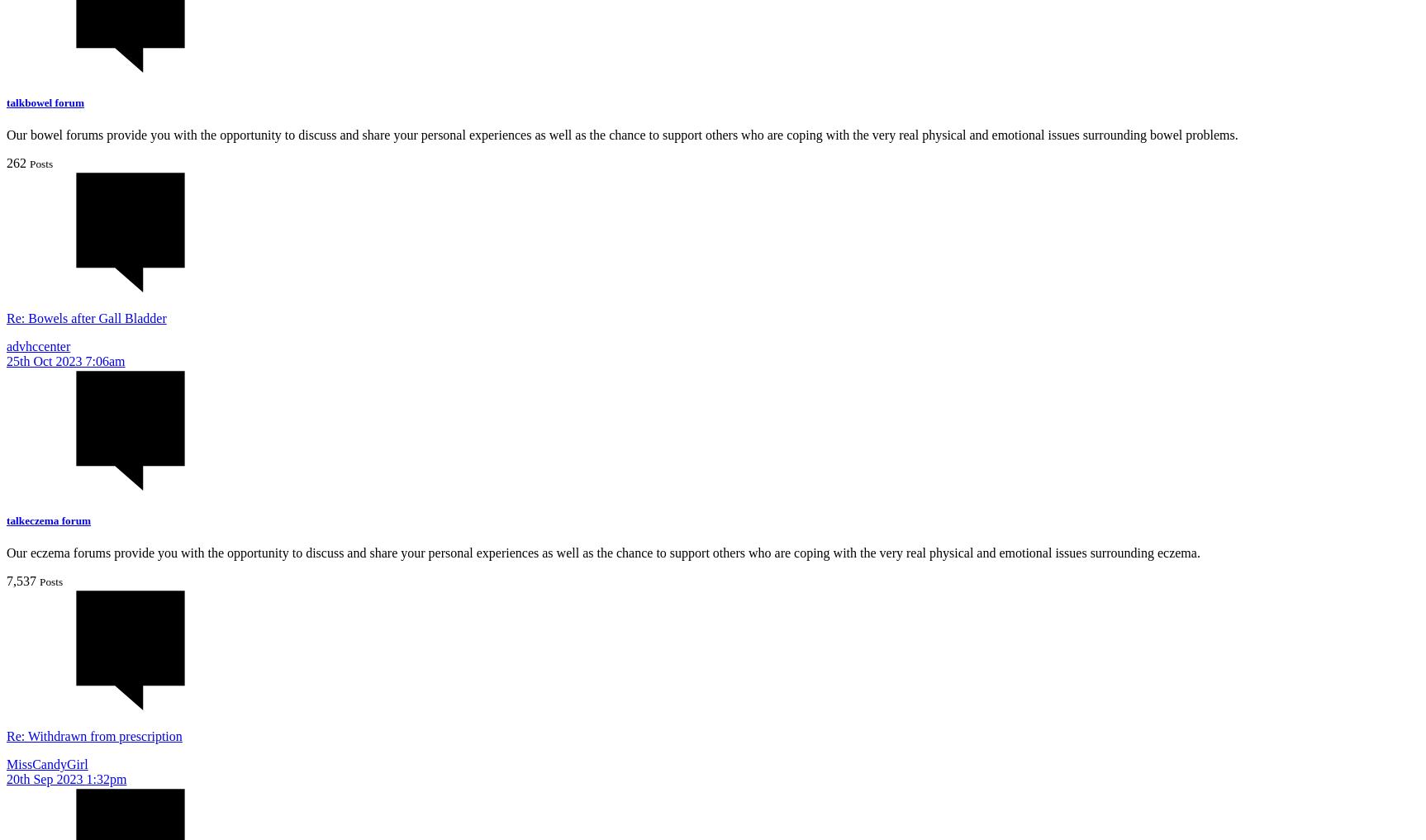  I want to click on '25th Oct 2023 7:06am', so click(65, 360).